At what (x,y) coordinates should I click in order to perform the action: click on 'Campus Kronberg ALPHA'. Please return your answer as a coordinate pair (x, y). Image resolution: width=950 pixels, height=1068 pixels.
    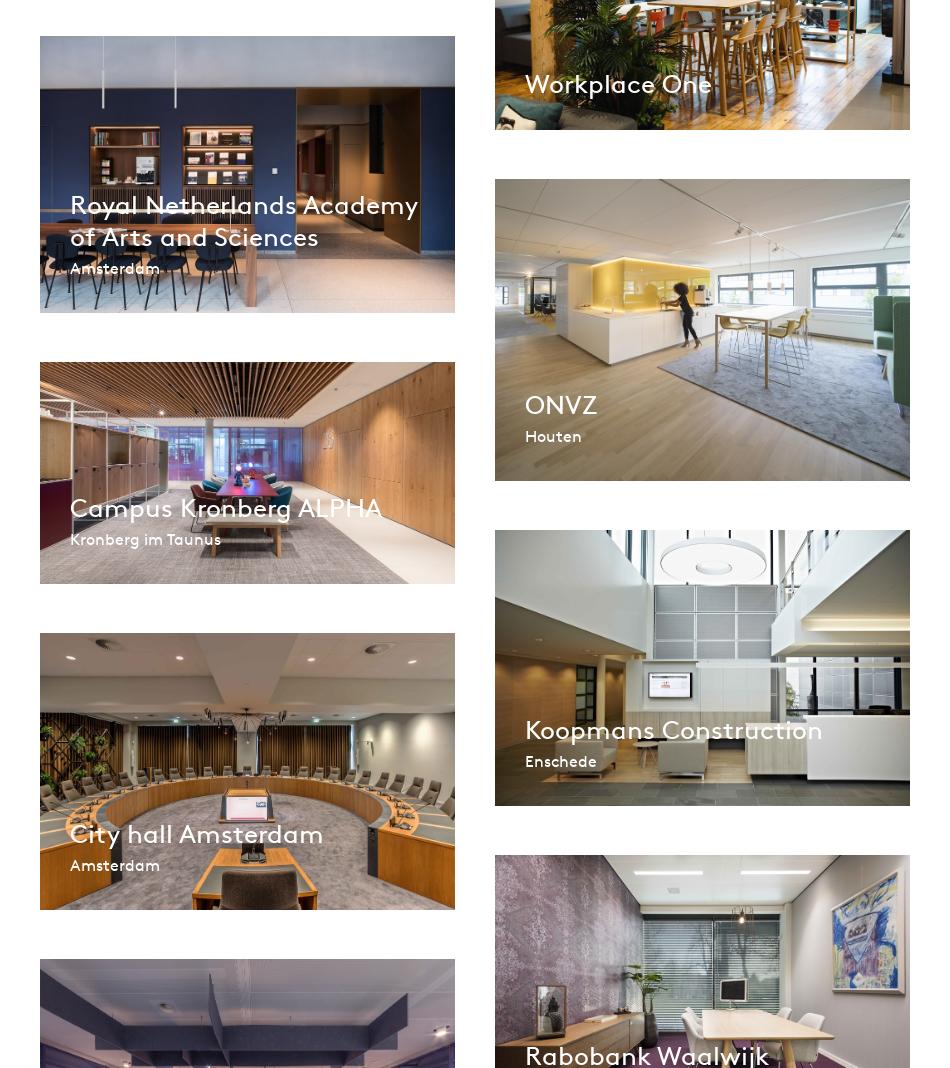
    Looking at the image, I should click on (226, 506).